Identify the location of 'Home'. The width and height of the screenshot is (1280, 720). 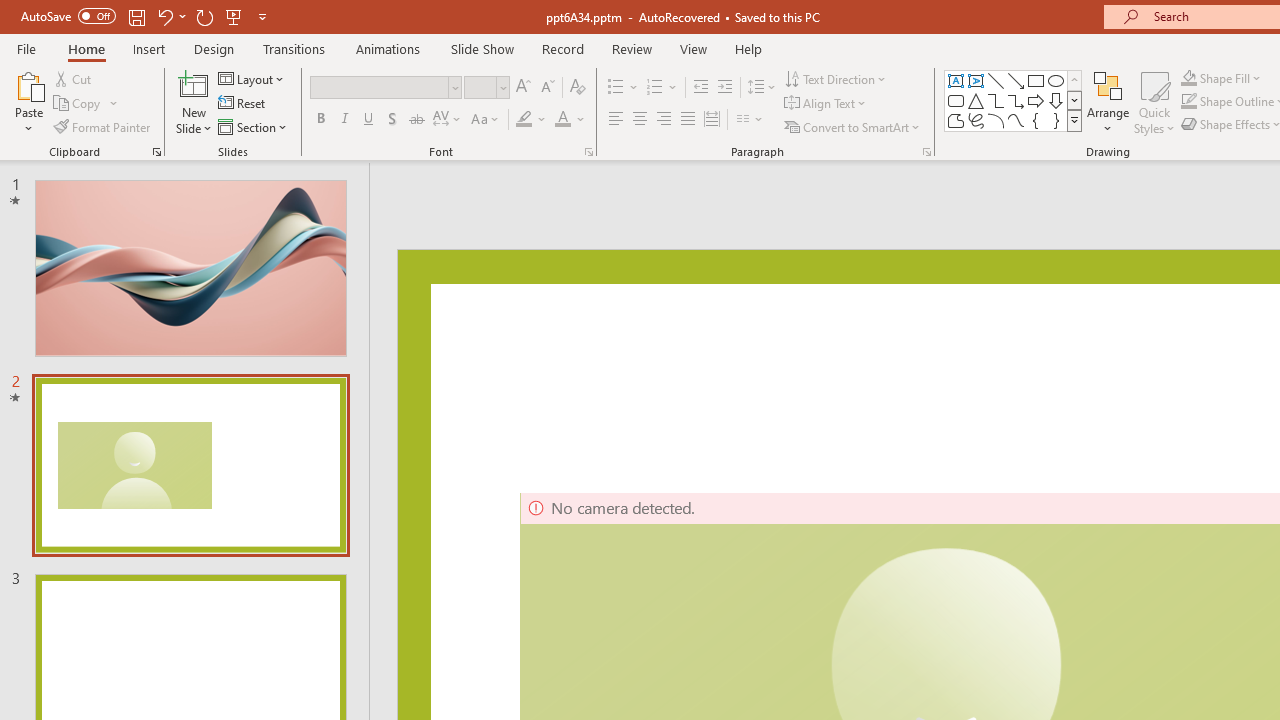
(85, 48).